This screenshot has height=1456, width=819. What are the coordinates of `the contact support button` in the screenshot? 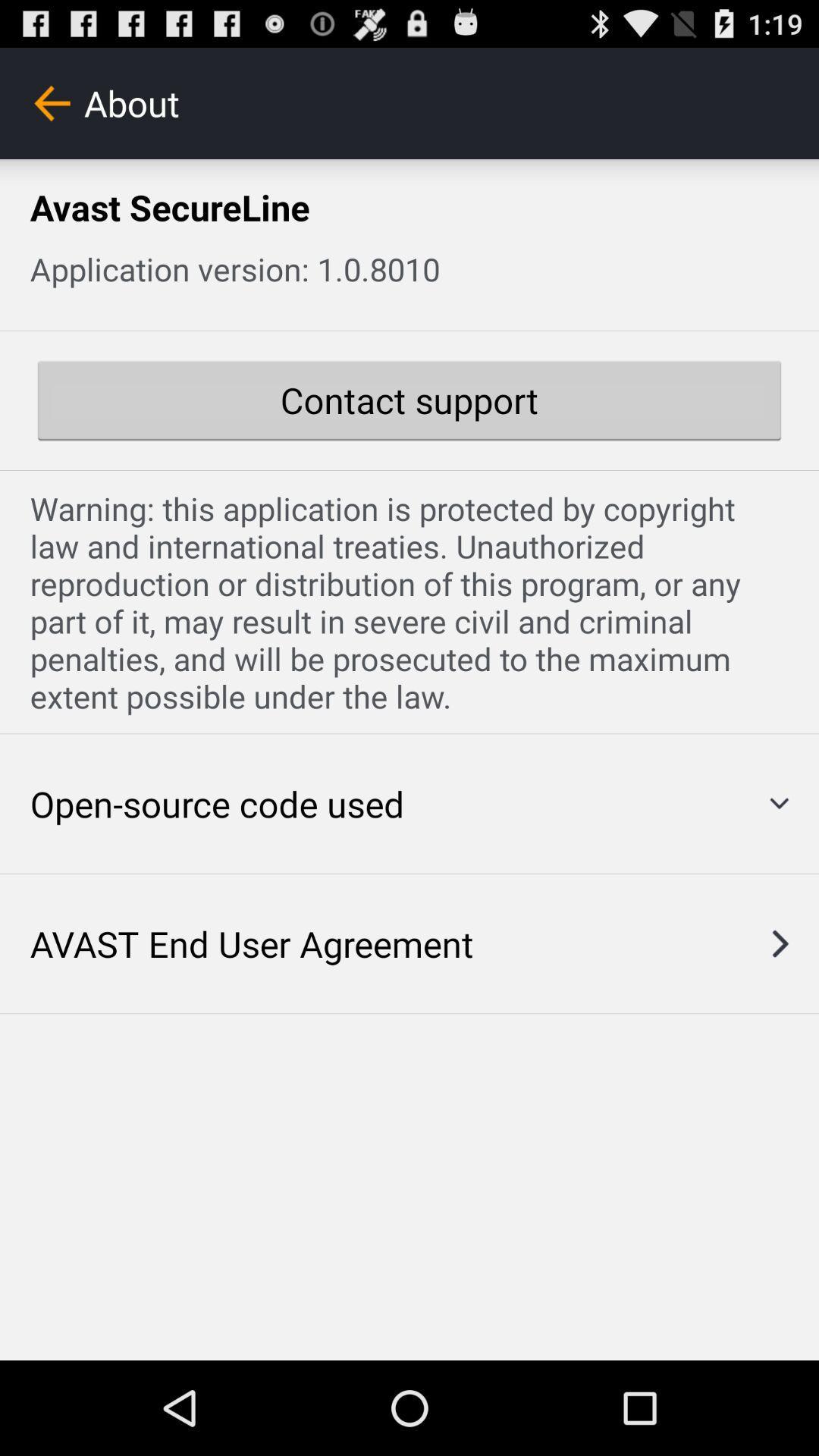 It's located at (409, 400).